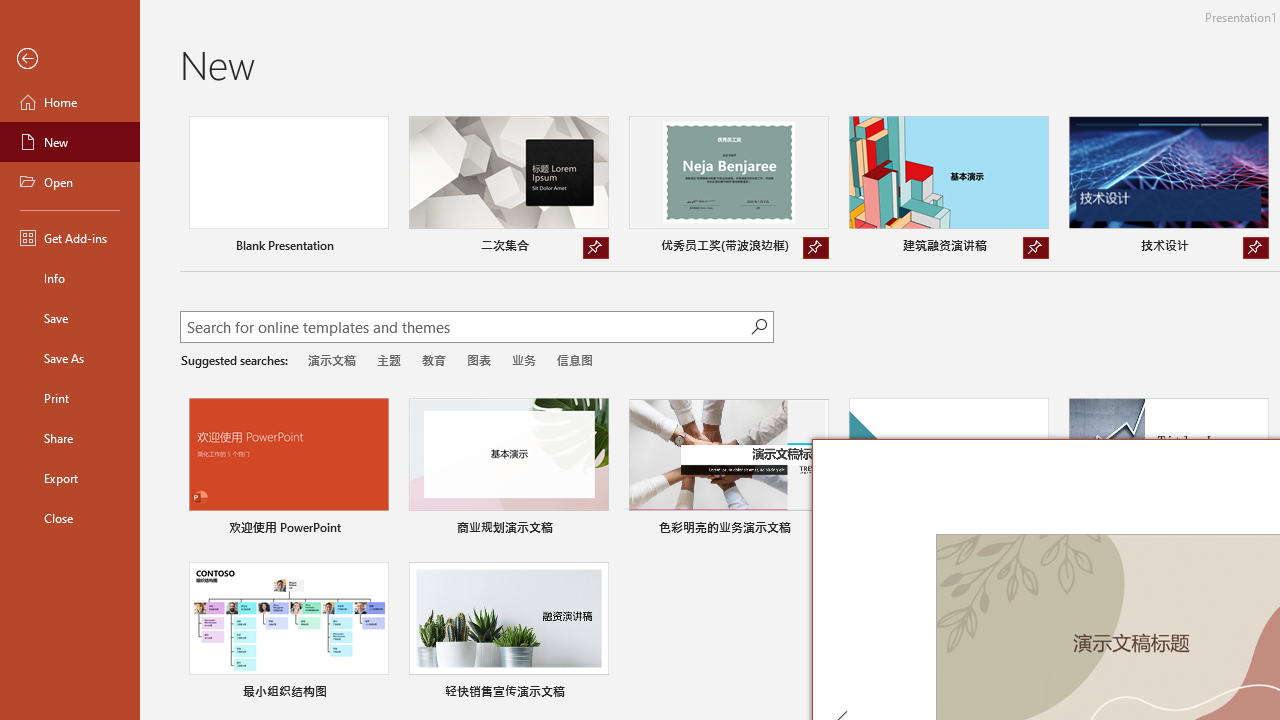 This screenshot has width=1280, height=720. I want to click on 'Search for online templates and themes', so click(464, 328).